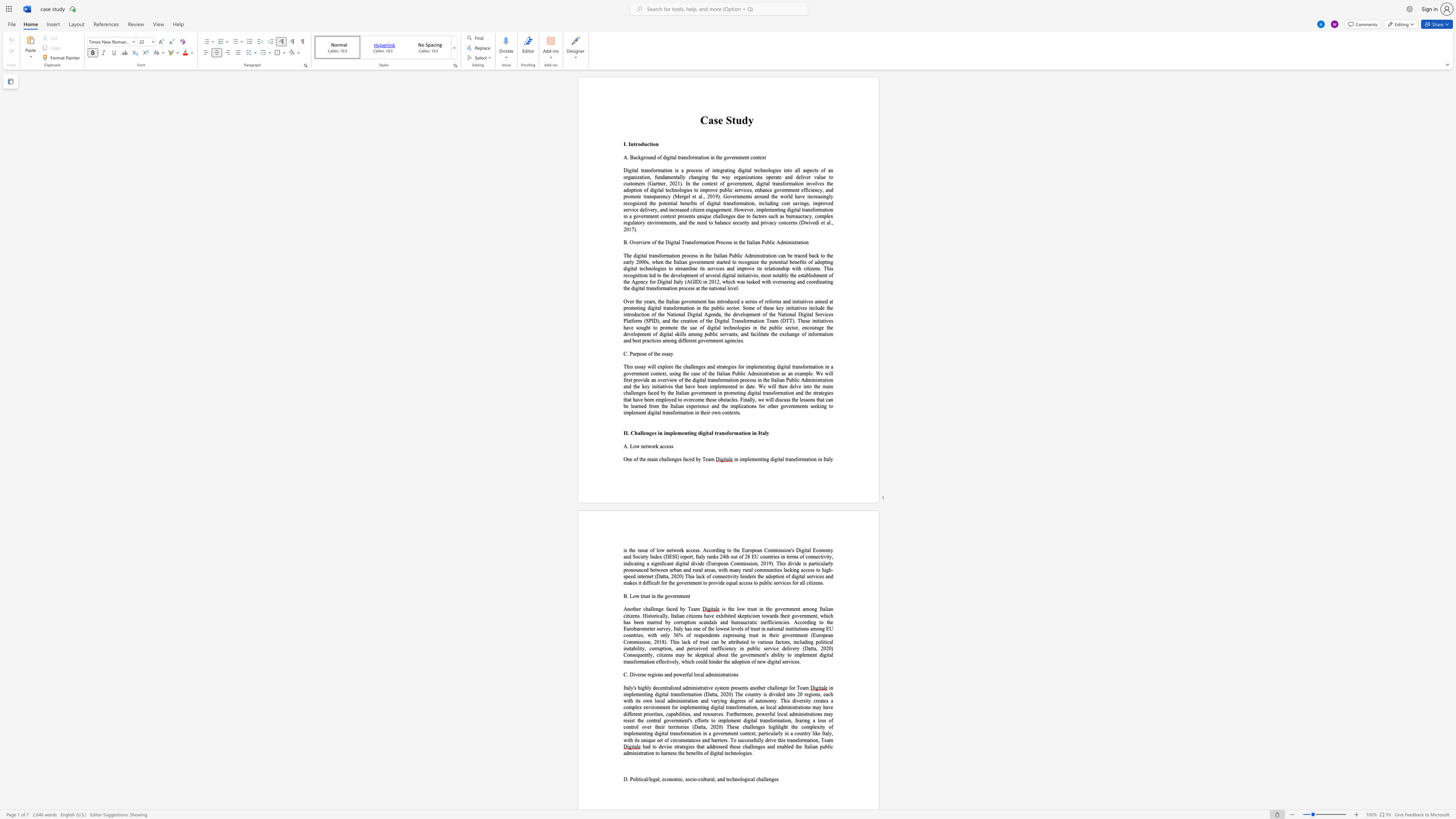 Image resolution: width=1456 pixels, height=819 pixels. What do you see at coordinates (674, 753) in the screenshot?
I see `the subset text "s the benefits of digital techno" within the text "had to devise strategies that addressed these challenges and enabled the Italian public administration to harness the benefits of digital technologies."` at bounding box center [674, 753].